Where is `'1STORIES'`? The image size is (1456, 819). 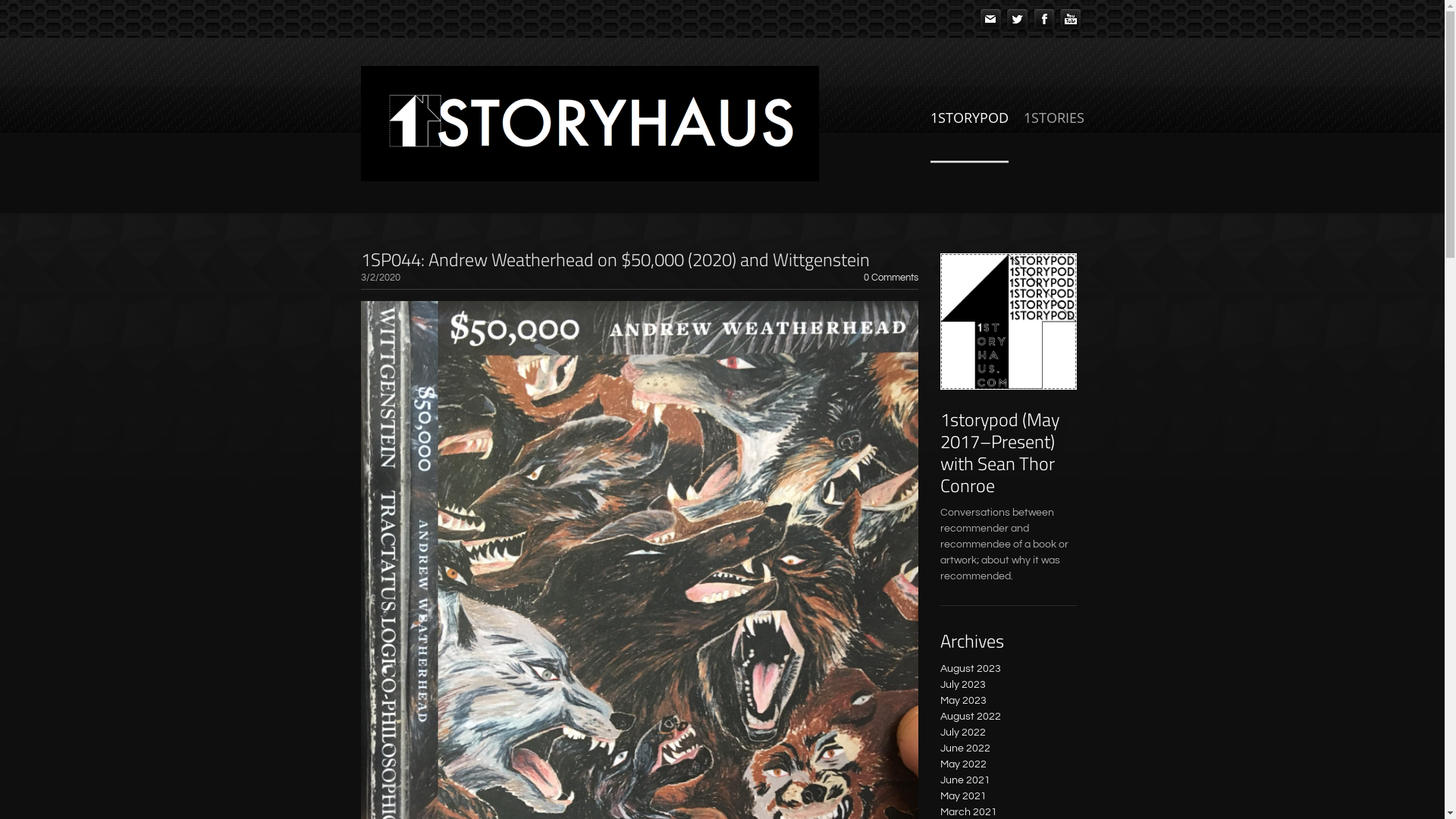
'1STORIES' is located at coordinates (1053, 133).